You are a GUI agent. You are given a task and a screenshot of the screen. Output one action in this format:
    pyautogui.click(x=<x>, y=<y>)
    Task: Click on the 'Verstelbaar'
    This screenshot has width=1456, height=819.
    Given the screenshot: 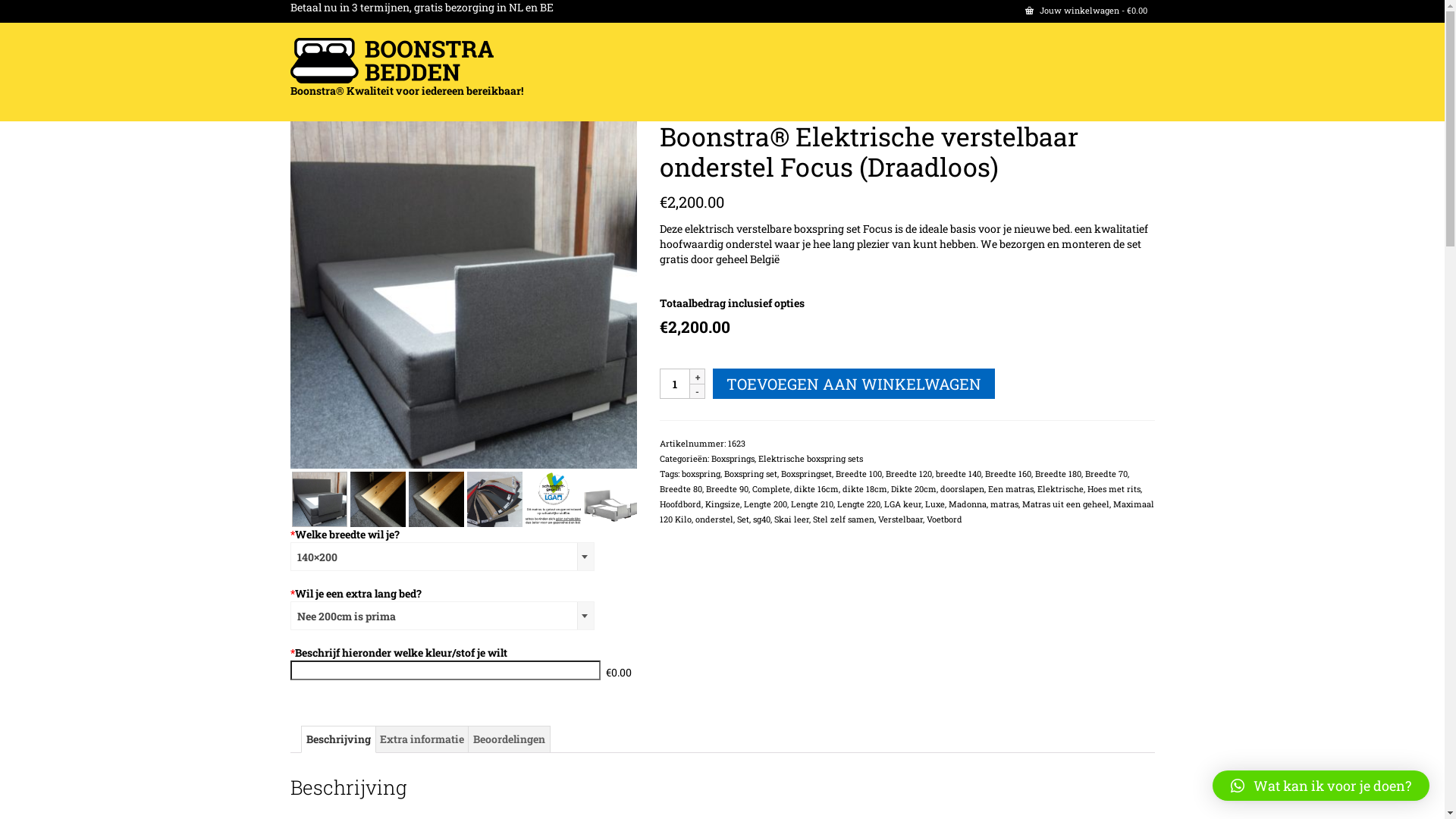 What is the action you would take?
    pyautogui.click(x=877, y=518)
    